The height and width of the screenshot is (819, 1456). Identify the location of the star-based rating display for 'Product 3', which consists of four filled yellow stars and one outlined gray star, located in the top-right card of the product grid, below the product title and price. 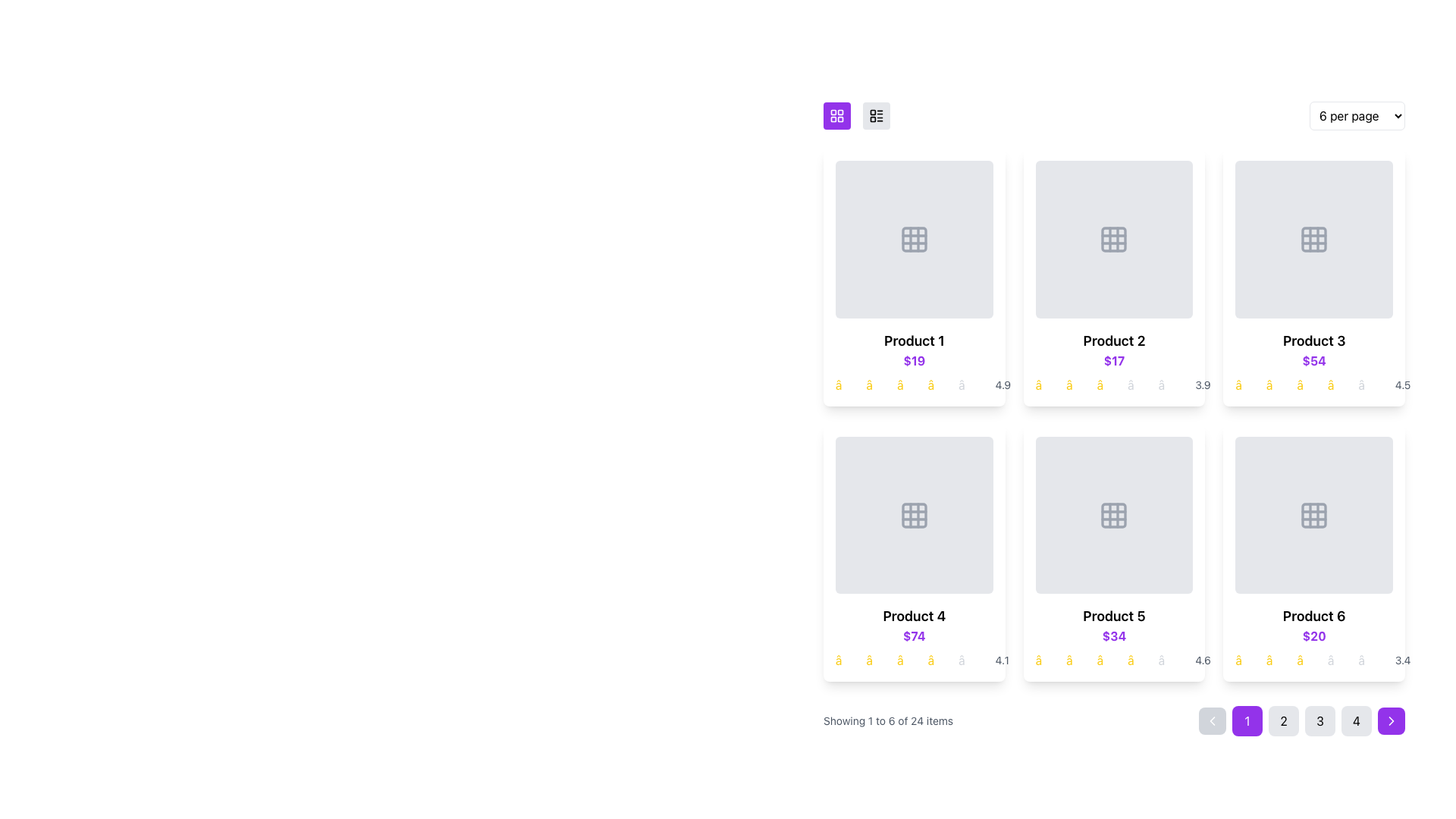
(1311, 384).